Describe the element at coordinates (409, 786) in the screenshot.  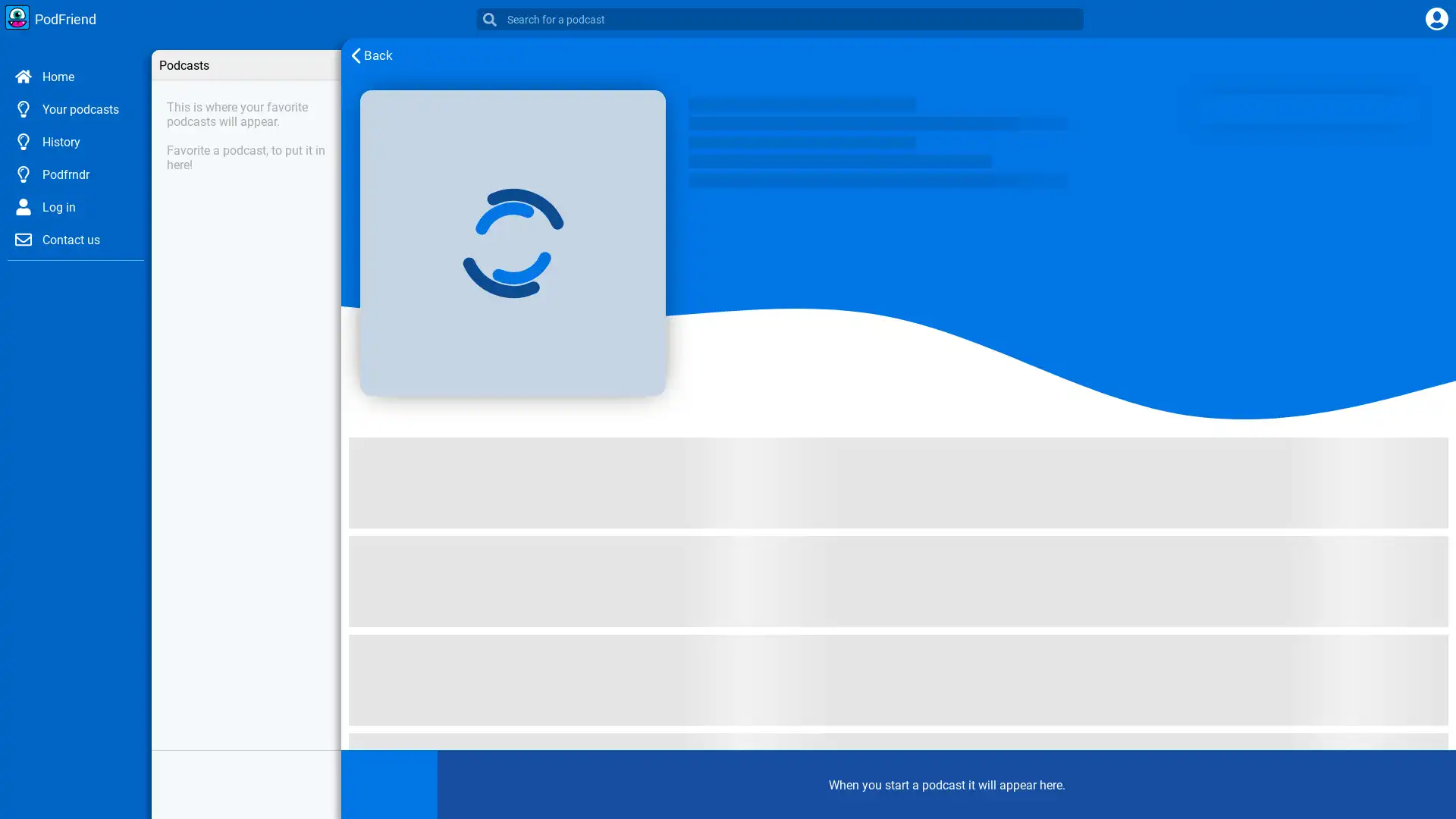
I see `Share` at that location.